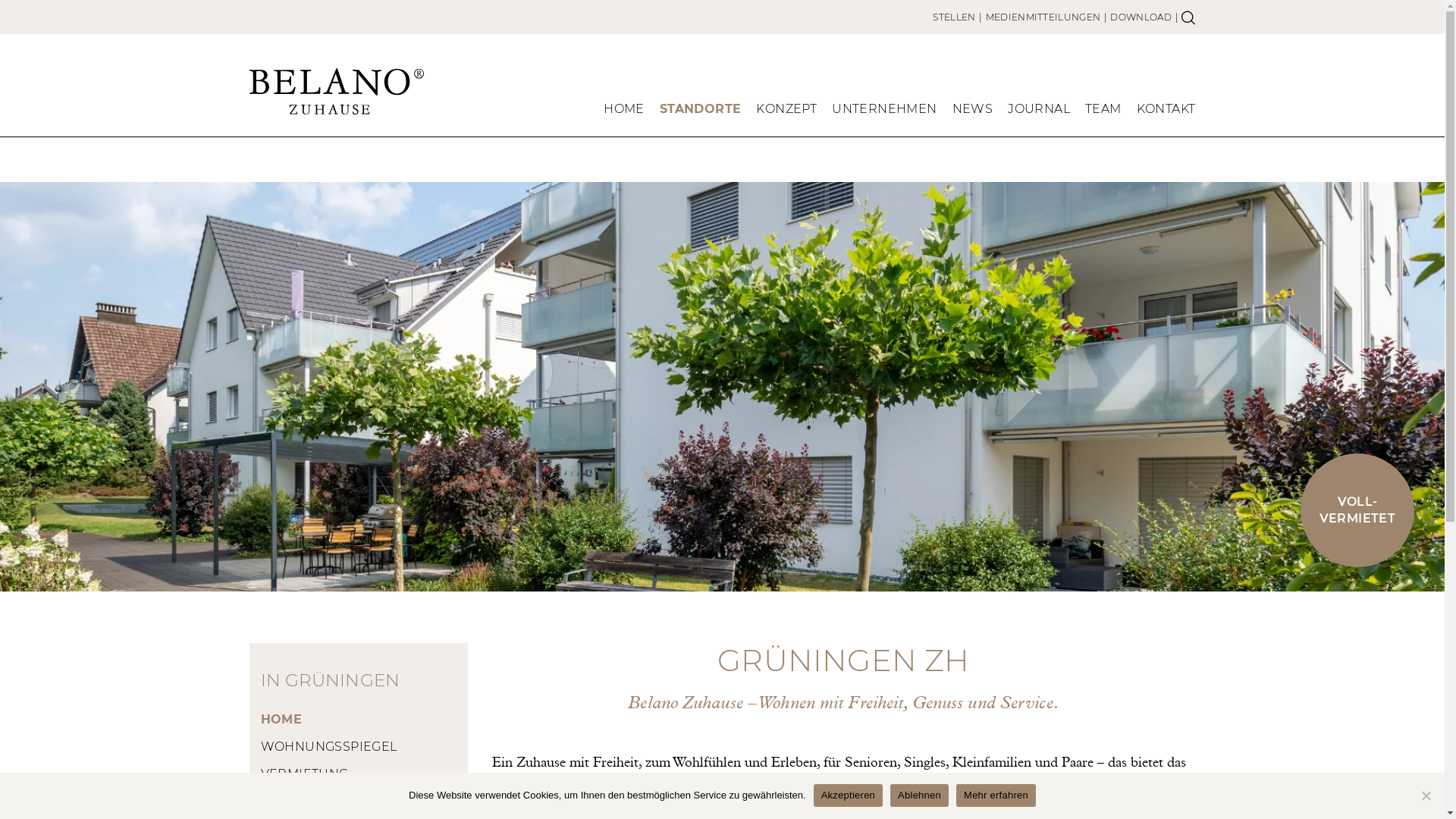 Image resolution: width=1456 pixels, height=819 pixels. Describe the element at coordinates (1140, 17) in the screenshot. I see `'DOWNLOAD'` at that location.